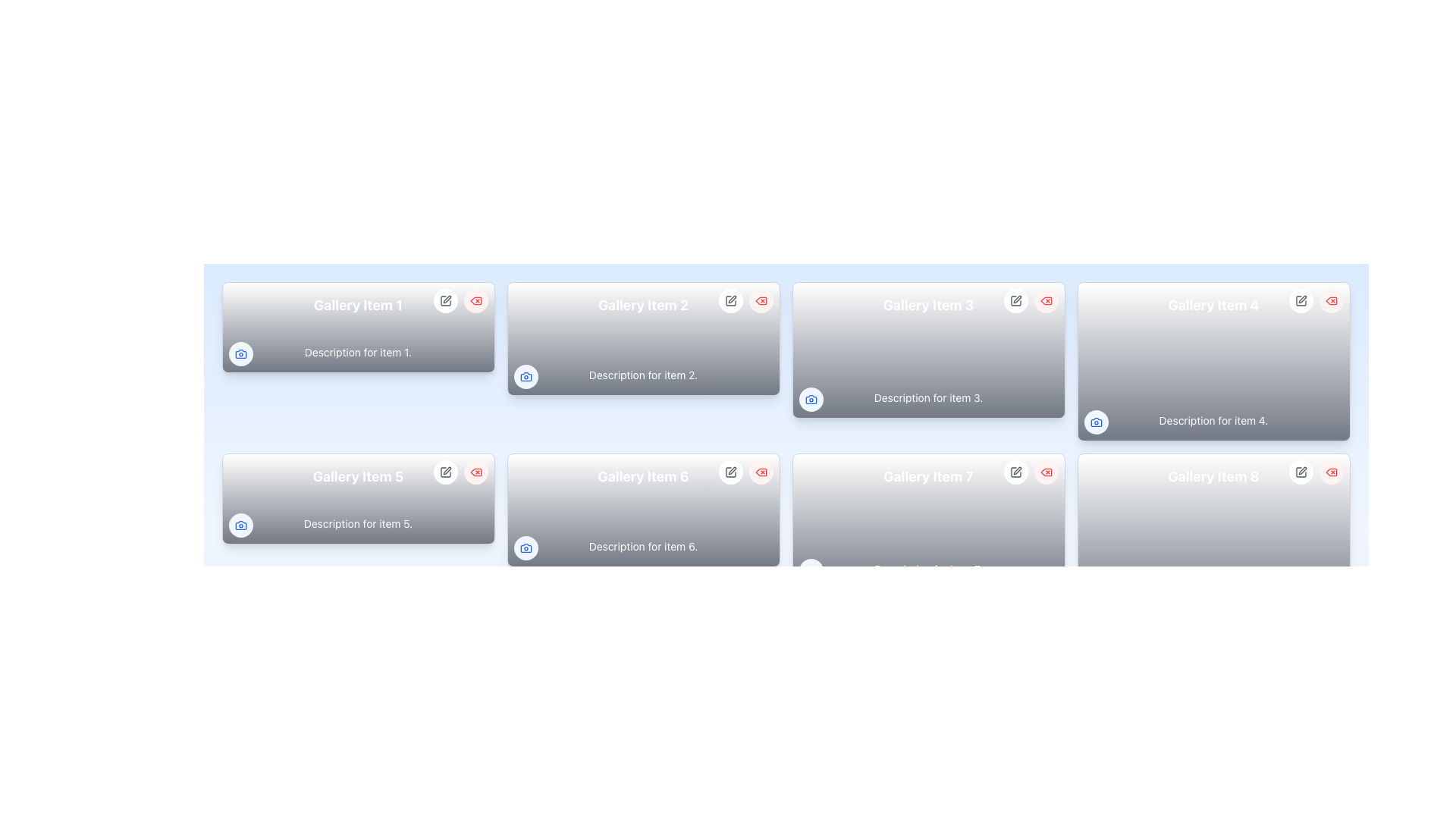  I want to click on the edit icon located at the top right corner of the 'Gallery Item 3' card, so click(1017, 299).